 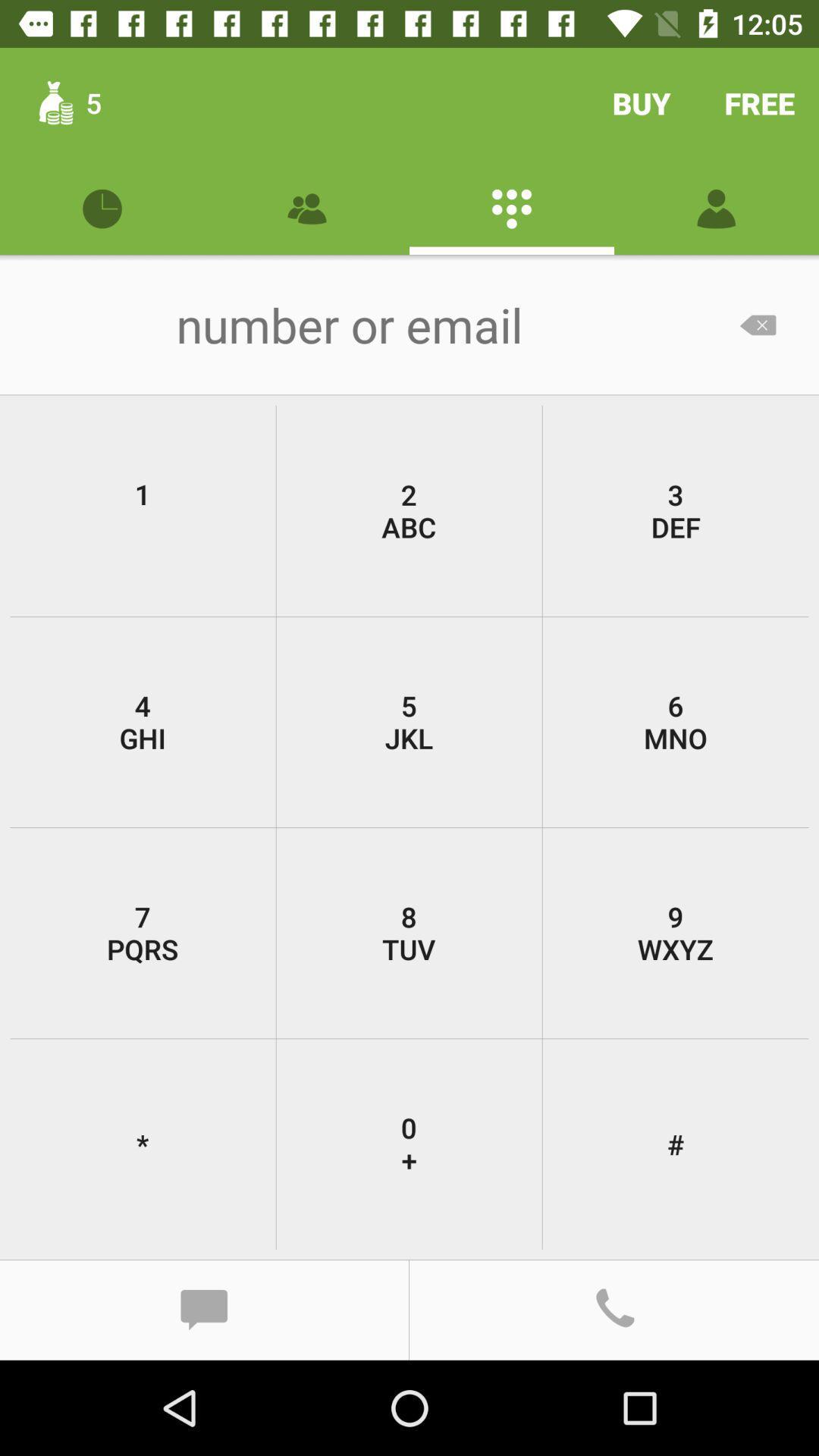 I want to click on 6, so click(x=675, y=721).